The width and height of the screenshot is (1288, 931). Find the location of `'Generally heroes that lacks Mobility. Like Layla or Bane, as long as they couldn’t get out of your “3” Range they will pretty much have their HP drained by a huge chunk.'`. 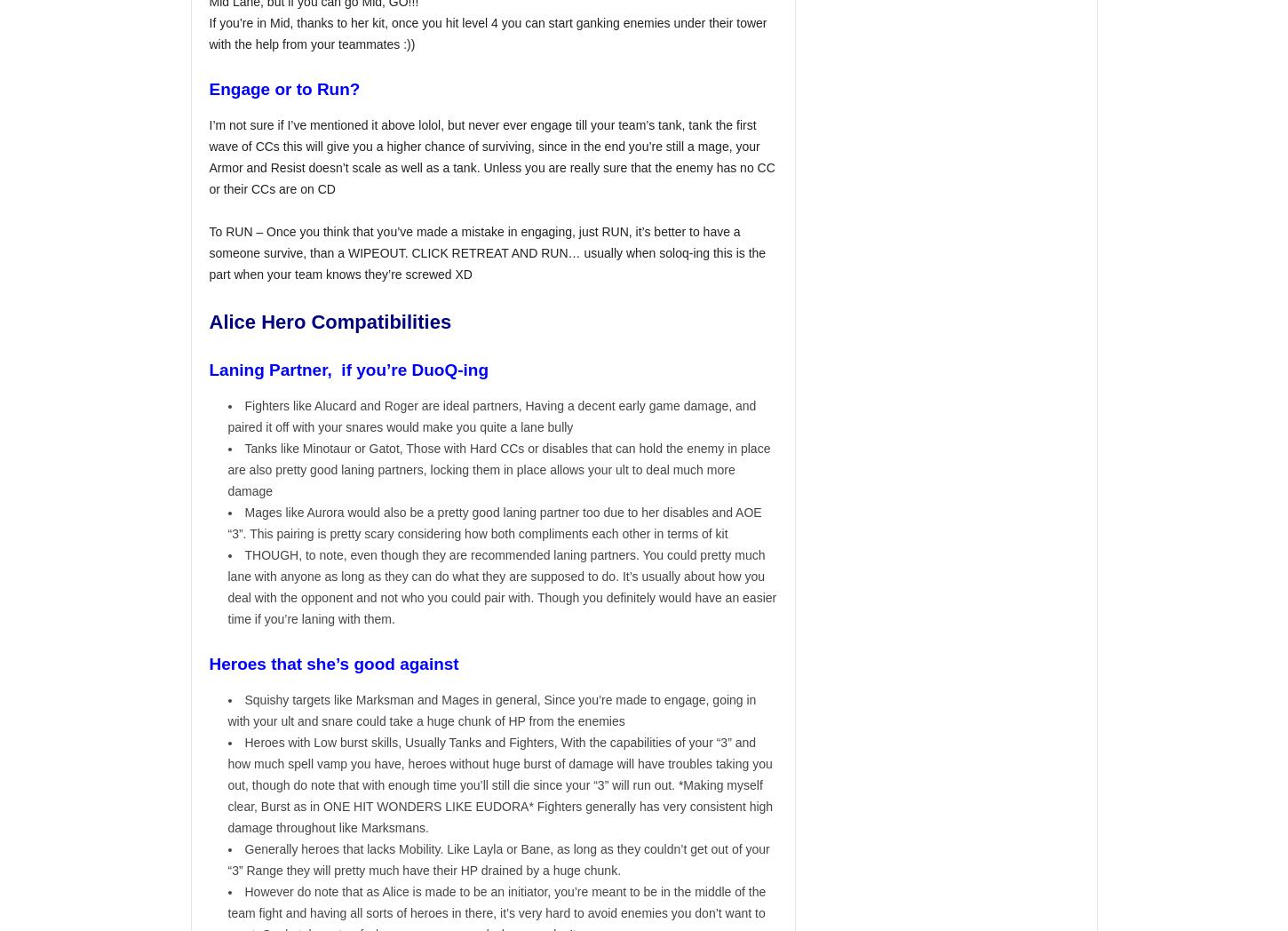

'Generally heroes that lacks Mobility. Like Layla or Bane, as long as they couldn’t get out of your “3” Range they will pretty much have their HP drained by a huge chunk.' is located at coordinates (498, 859).